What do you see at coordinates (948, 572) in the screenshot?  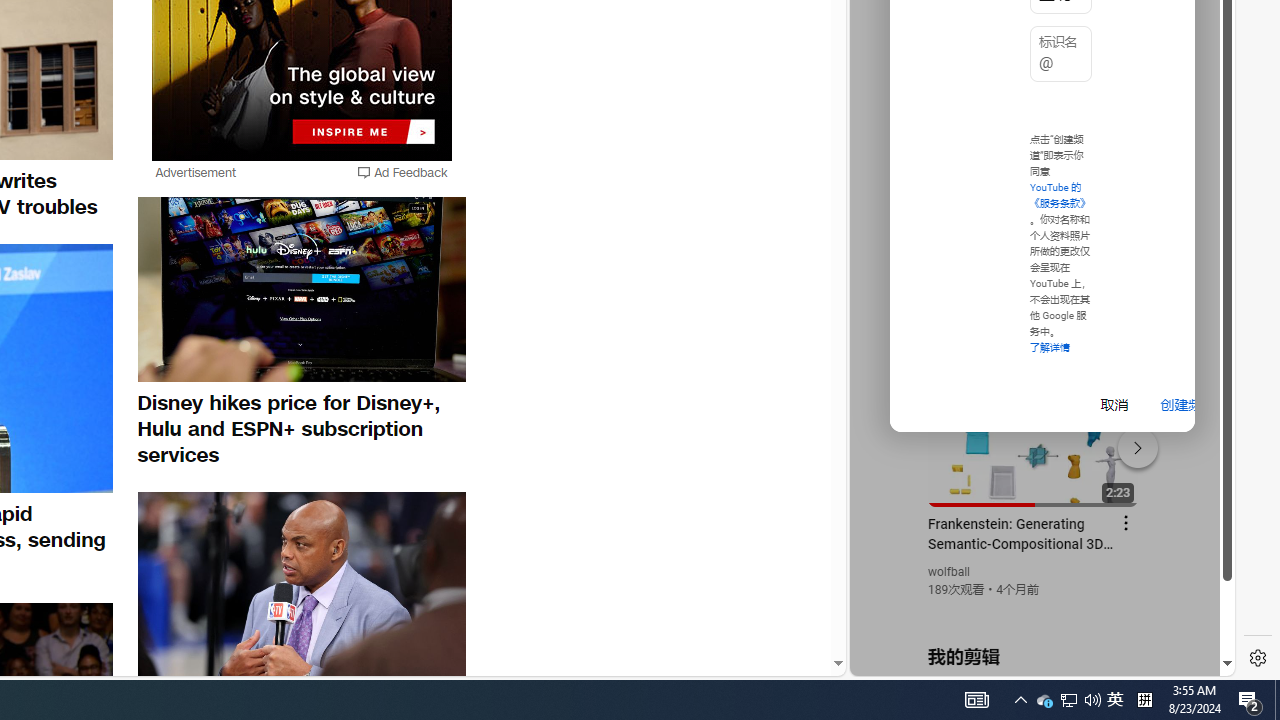 I see `'wolfball'` at bounding box center [948, 572].